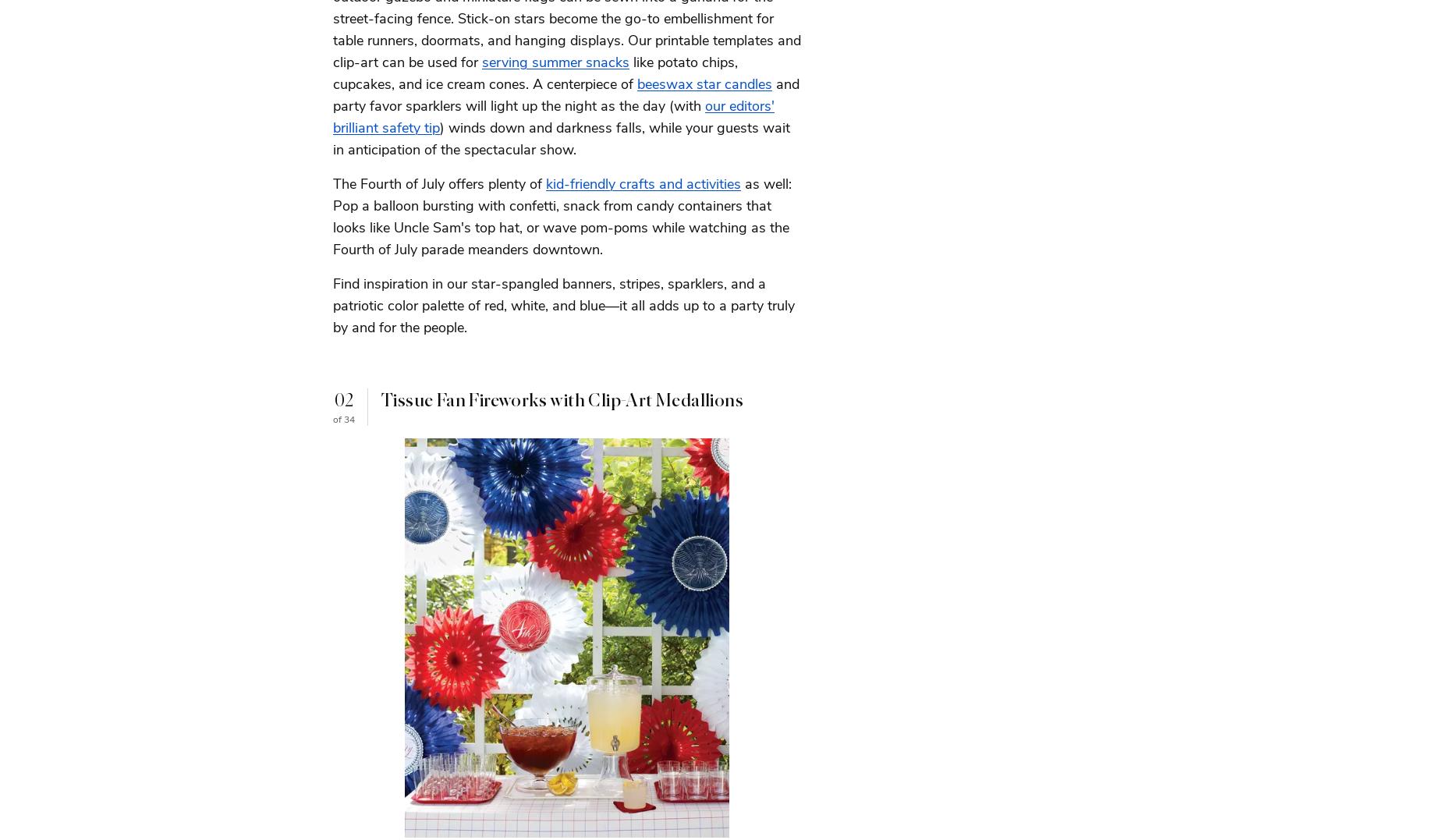 The height and width of the screenshot is (840, 1443). What do you see at coordinates (535, 72) in the screenshot?
I see `'like potato chips, cupcakes, and ice cream cones. A centerpiece of'` at bounding box center [535, 72].